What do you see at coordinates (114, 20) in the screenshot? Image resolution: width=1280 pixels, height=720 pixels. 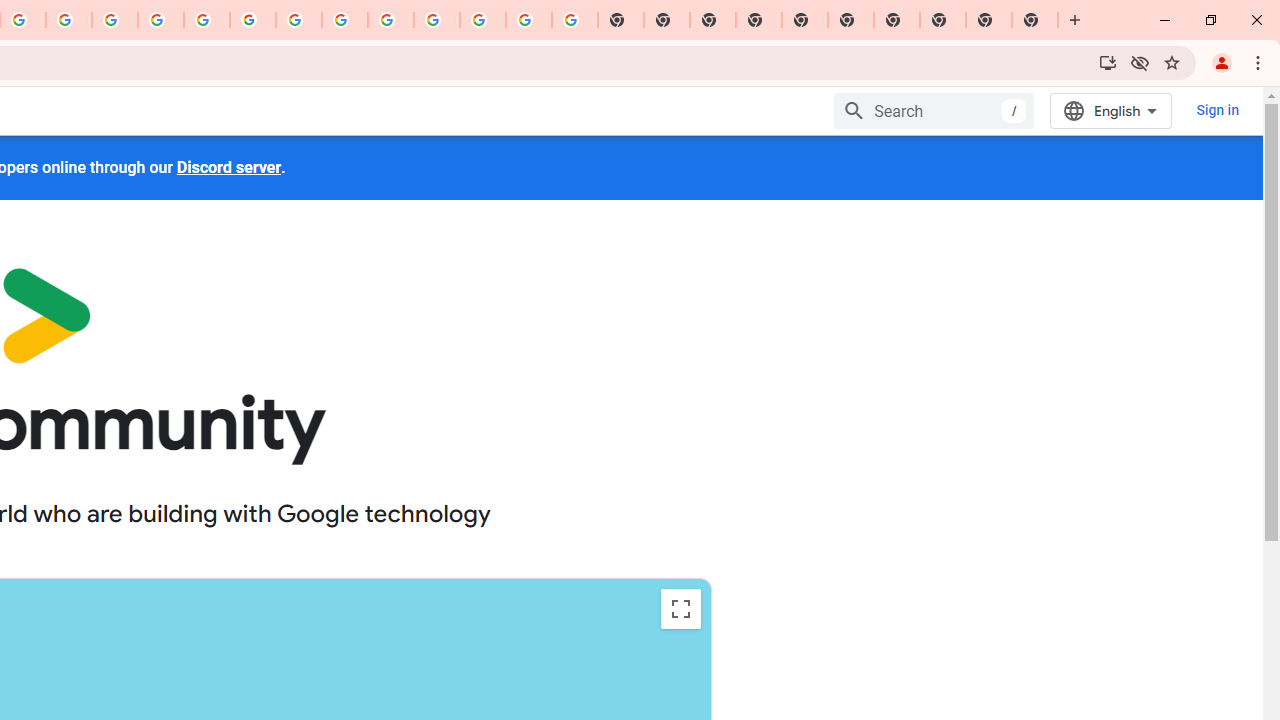 I see `'Privacy Help Center - Policies Help'` at bounding box center [114, 20].